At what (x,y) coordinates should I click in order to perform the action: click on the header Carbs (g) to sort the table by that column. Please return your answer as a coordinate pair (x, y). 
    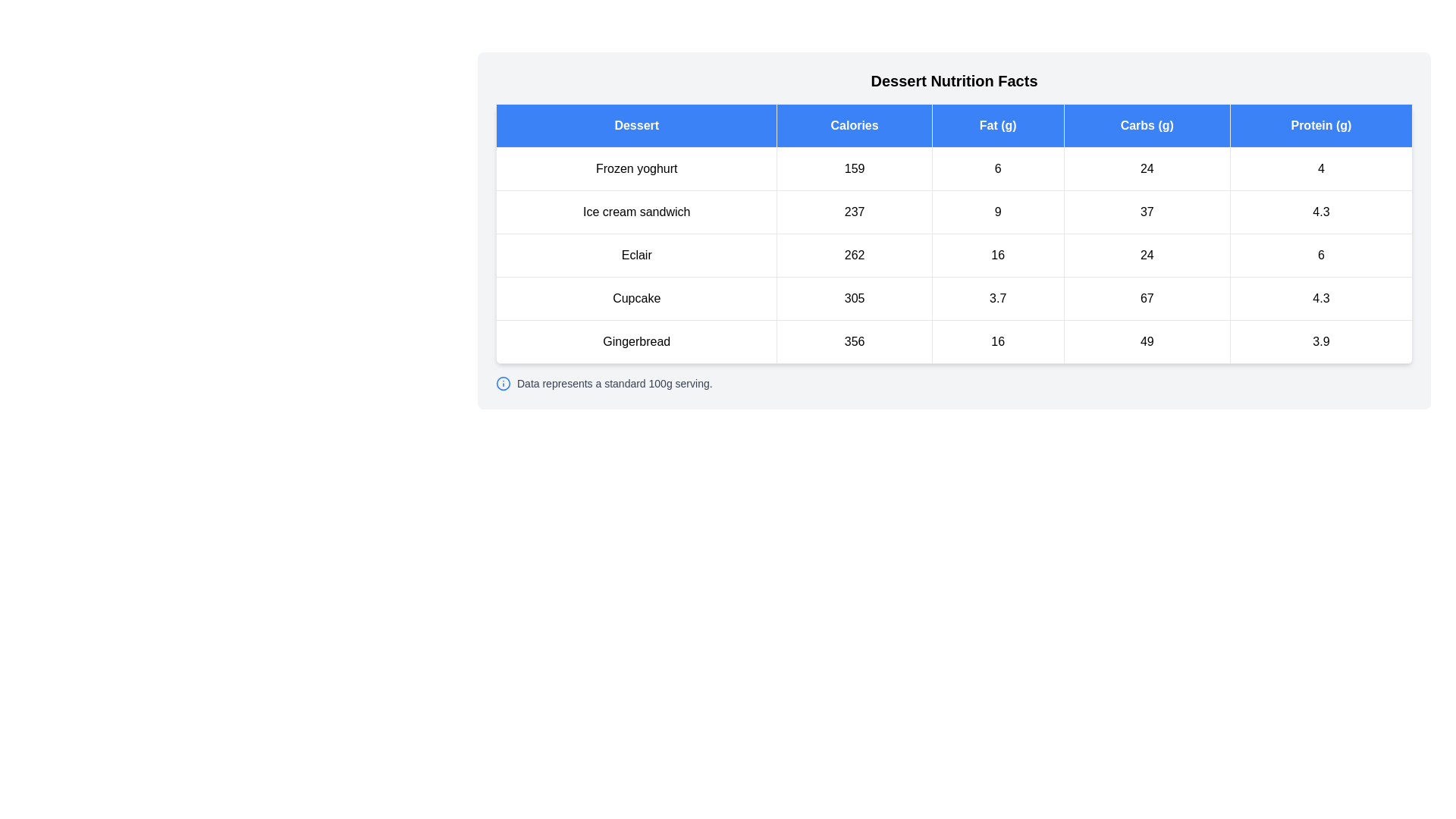
    Looking at the image, I should click on (1147, 124).